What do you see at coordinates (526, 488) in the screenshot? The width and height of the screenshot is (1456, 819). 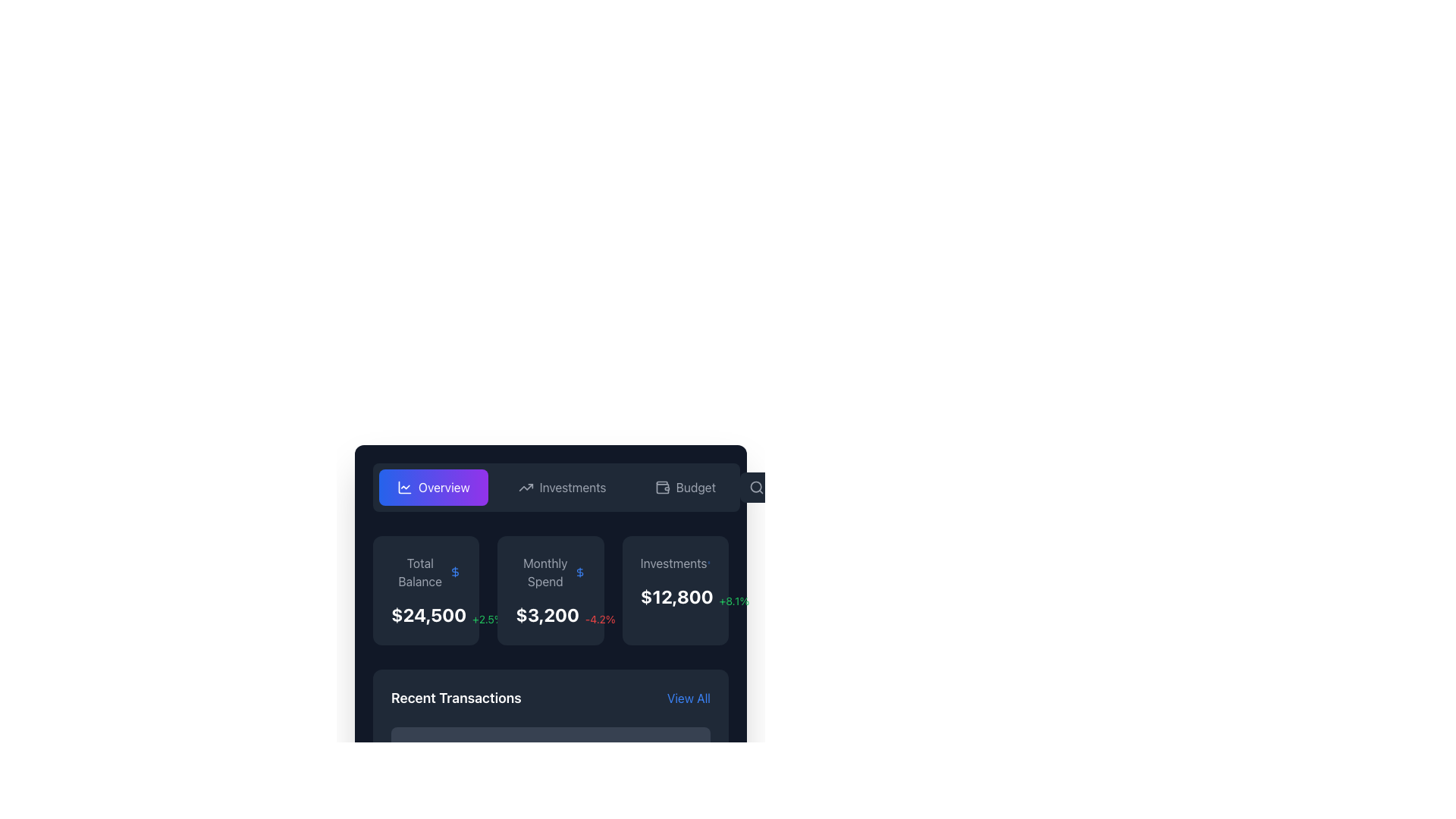 I see `the upward trending line graph icon in the horizontal navigation menu, which is located to the left of the 'Investments' text` at bounding box center [526, 488].